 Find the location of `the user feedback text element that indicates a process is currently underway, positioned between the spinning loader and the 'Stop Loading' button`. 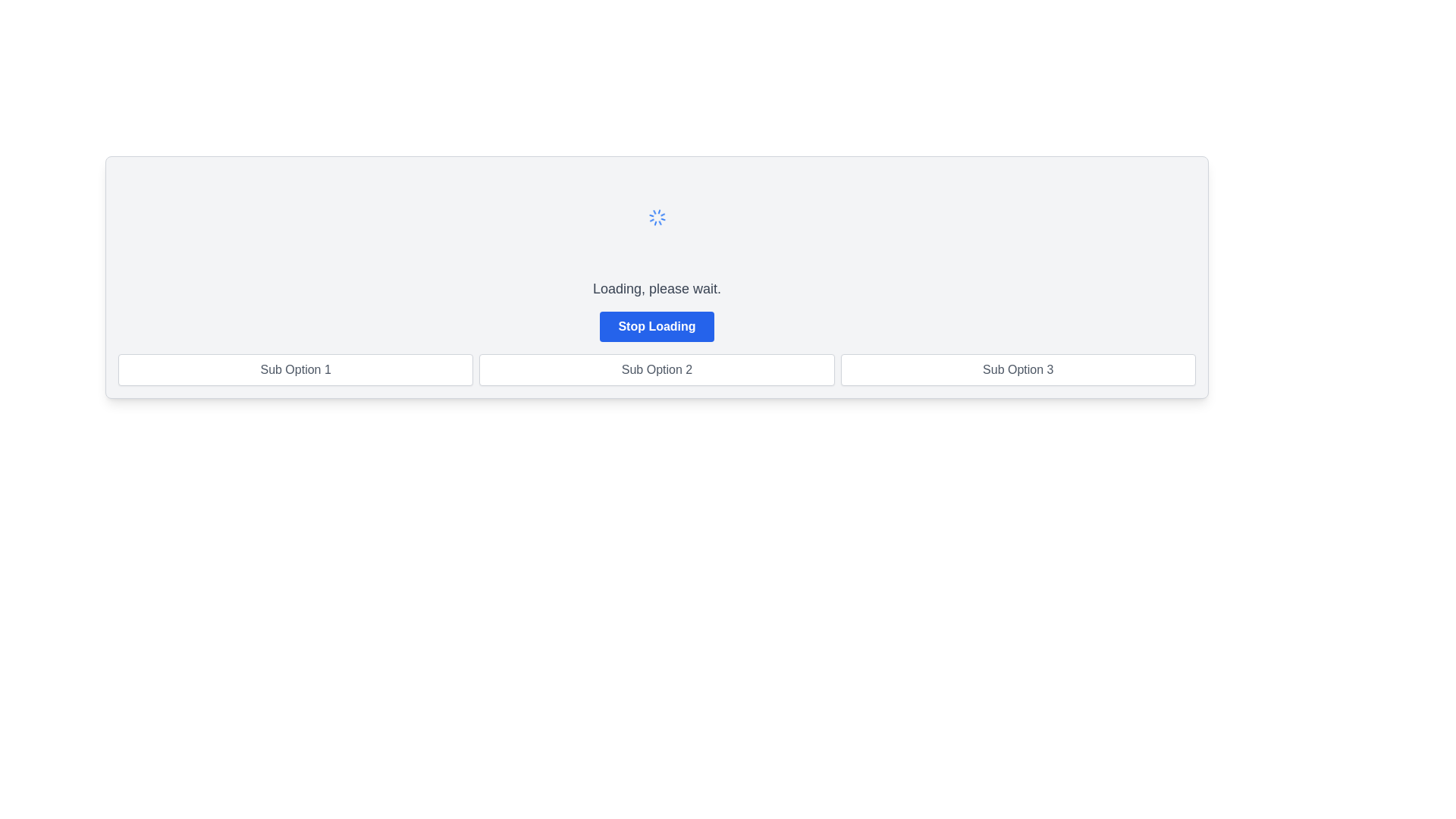

the user feedback text element that indicates a process is currently underway, positioned between the spinning loader and the 'Stop Loading' button is located at coordinates (657, 289).